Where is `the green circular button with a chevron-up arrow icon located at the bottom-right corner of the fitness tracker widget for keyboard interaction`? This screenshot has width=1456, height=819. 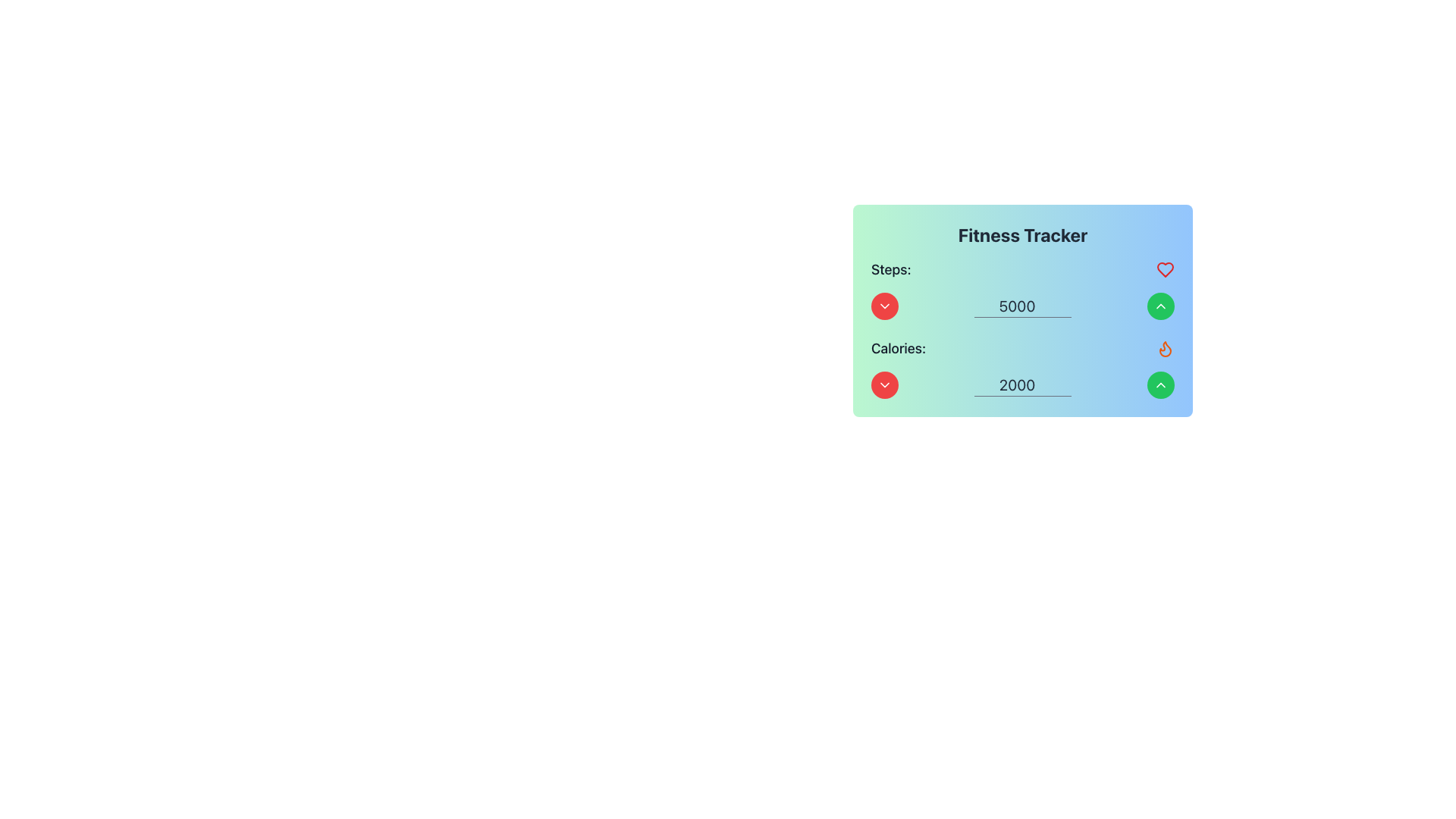
the green circular button with a chevron-up arrow icon located at the bottom-right corner of the fitness tracker widget for keyboard interaction is located at coordinates (1160, 306).